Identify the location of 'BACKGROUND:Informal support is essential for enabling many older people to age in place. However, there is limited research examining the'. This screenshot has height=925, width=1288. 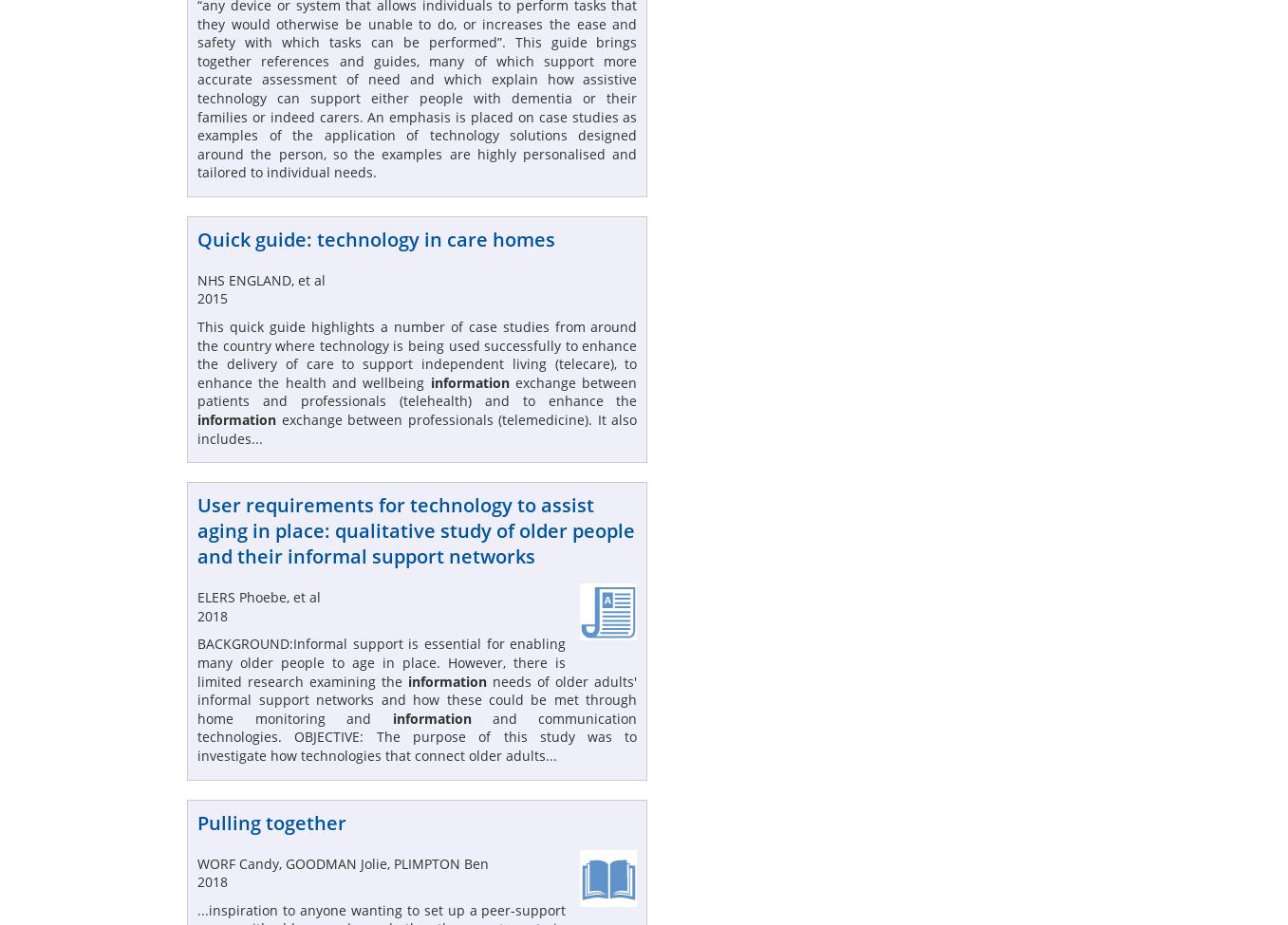
(381, 661).